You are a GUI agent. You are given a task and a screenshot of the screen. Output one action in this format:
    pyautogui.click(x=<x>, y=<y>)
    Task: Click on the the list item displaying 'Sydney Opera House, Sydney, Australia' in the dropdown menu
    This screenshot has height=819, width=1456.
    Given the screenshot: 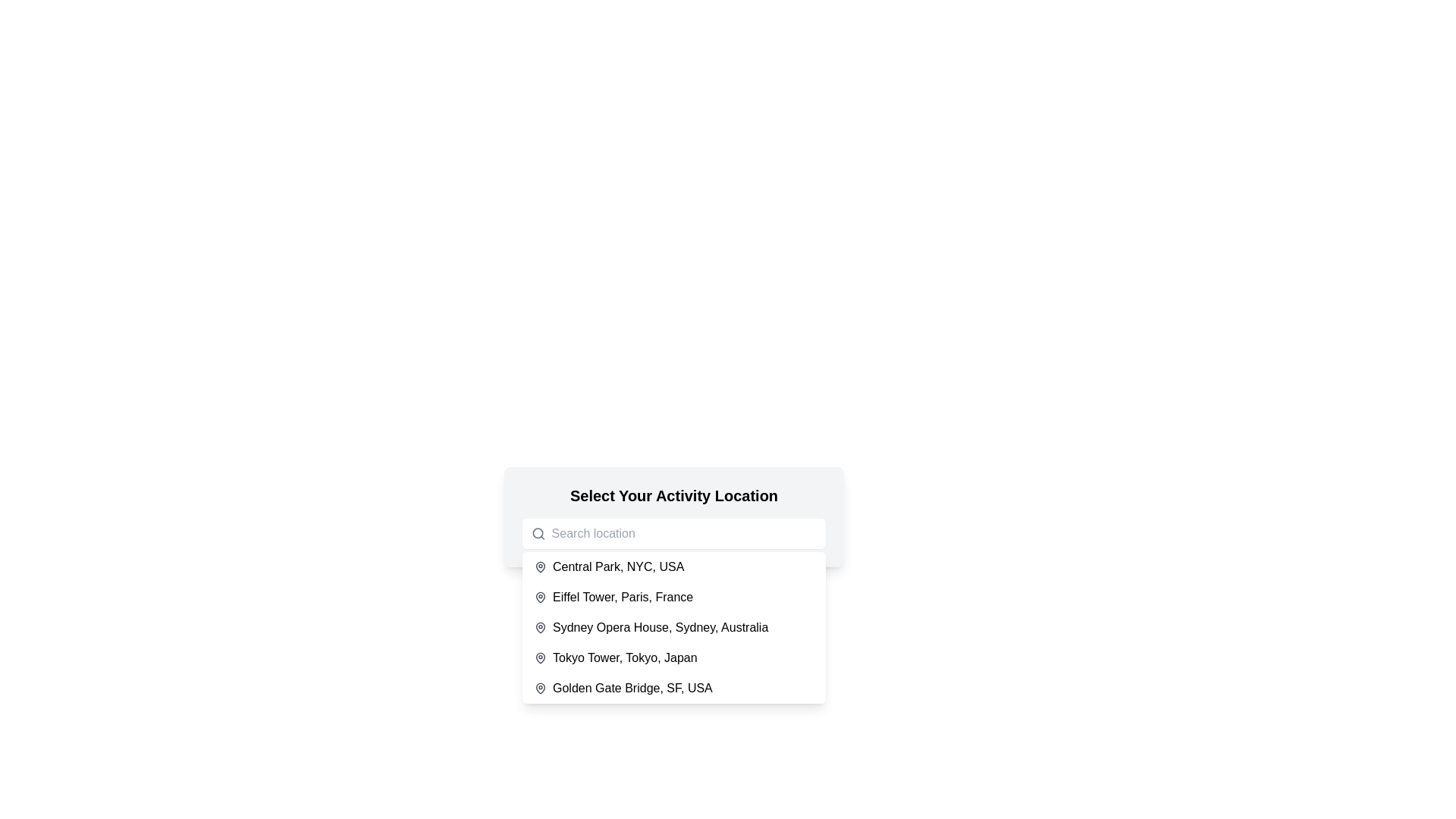 What is the action you would take?
    pyautogui.click(x=673, y=628)
    